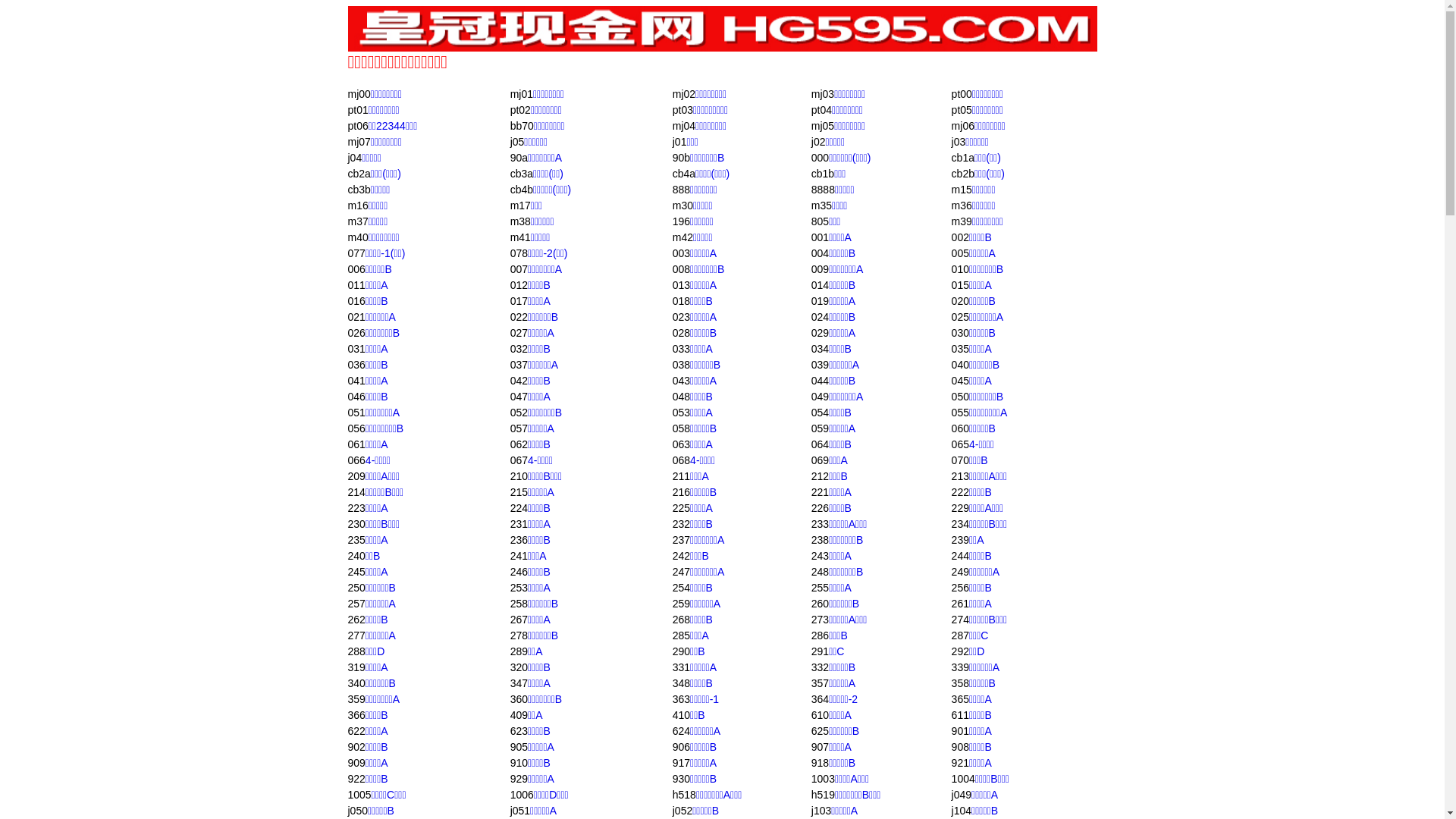 This screenshot has width=1456, height=819. I want to click on 'm16', so click(356, 205).